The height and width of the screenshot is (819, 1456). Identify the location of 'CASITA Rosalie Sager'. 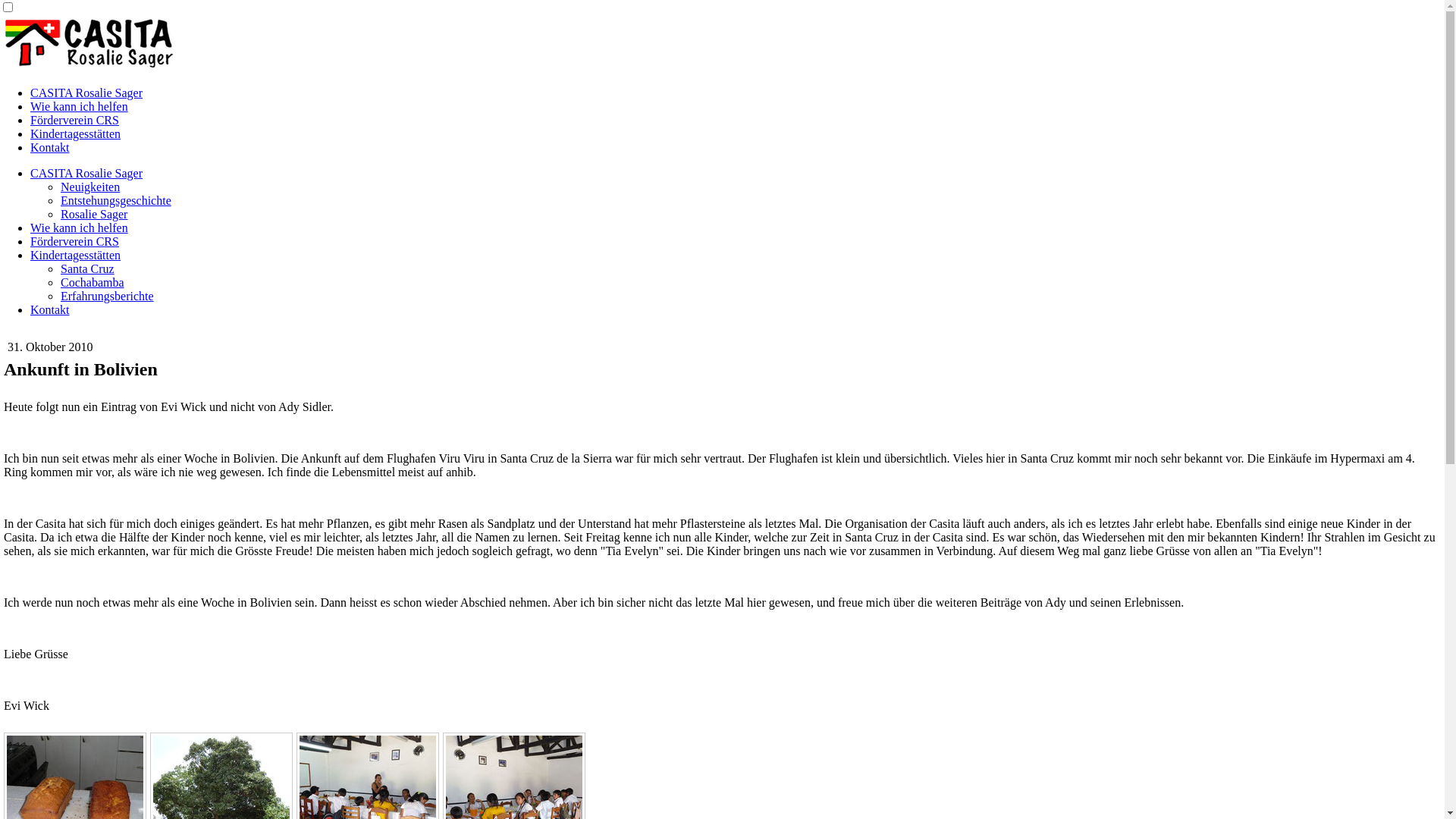
(86, 93).